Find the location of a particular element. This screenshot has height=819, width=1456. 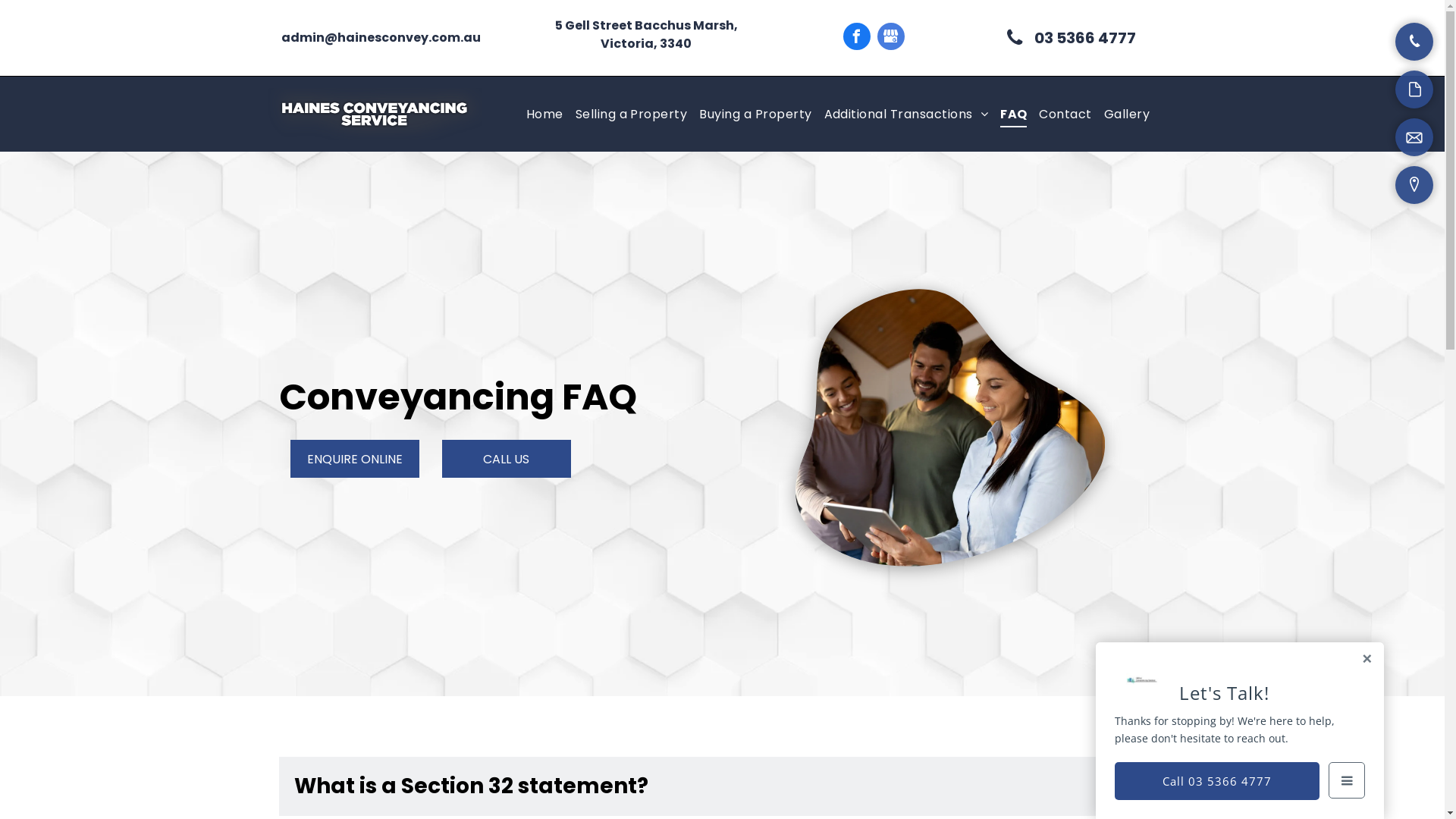

'03 5366 4777' is located at coordinates (1069, 37).